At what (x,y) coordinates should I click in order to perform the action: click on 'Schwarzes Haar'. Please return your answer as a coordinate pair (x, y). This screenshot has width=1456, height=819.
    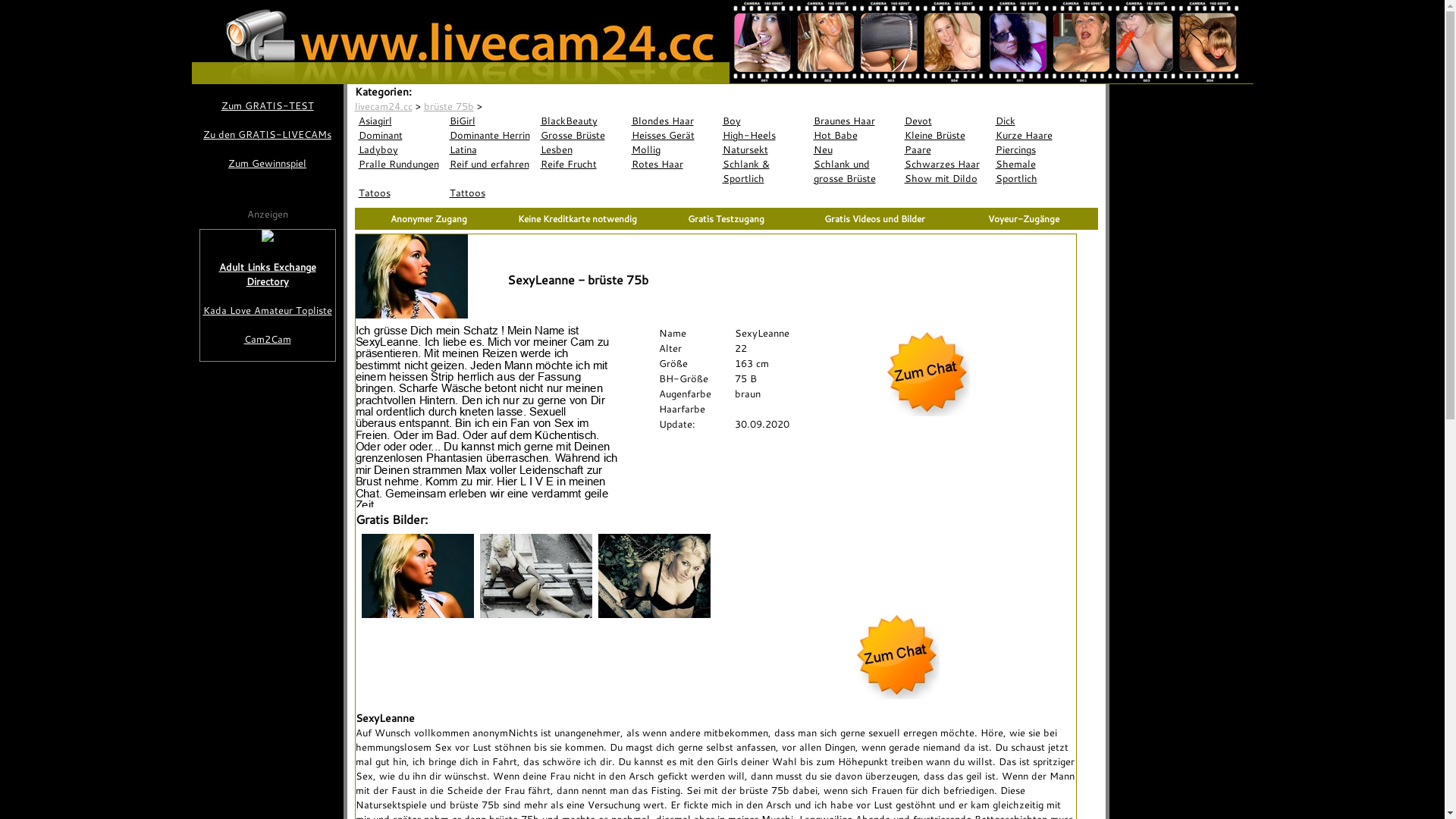
    Looking at the image, I should click on (946, 164).